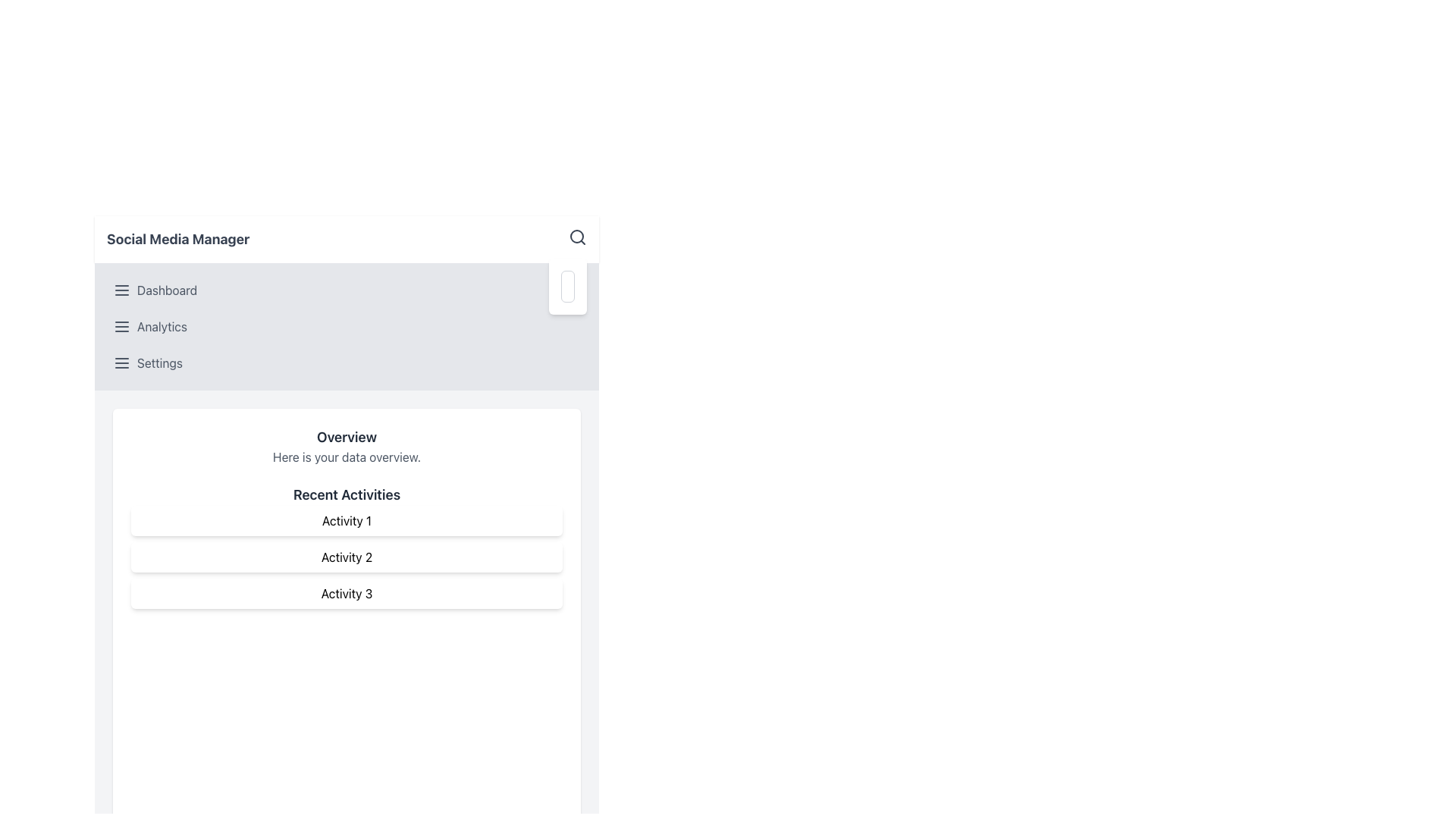 This screenshot has width=1456, height=819. I want to click on the Text Label indicating the title for the Recent Activities section, which is the first of three components, located centrally above 'Activity 2' and 'Activity 3', so click(346, 519).